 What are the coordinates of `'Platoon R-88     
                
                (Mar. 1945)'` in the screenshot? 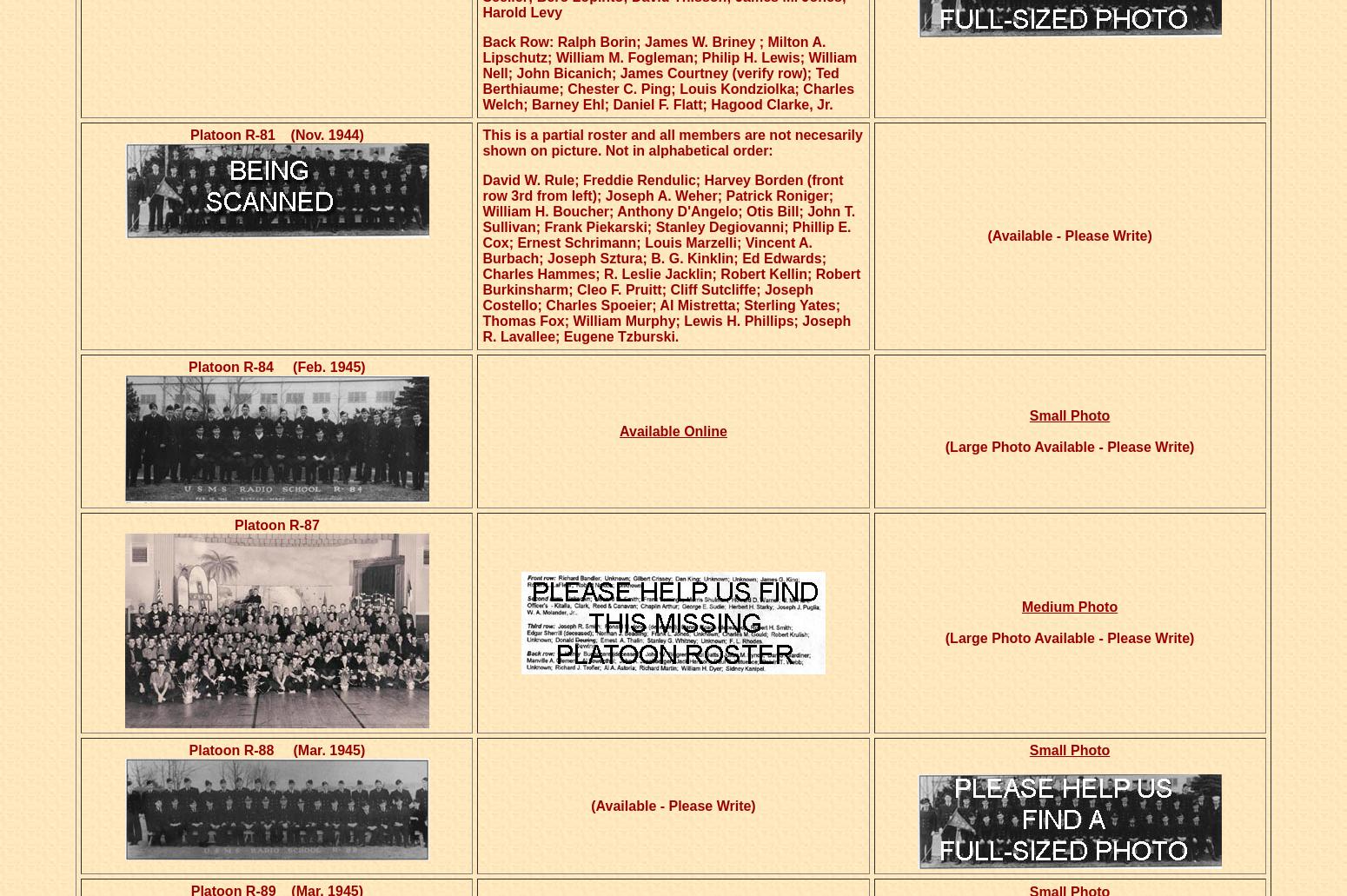 It's located at (275, 750).